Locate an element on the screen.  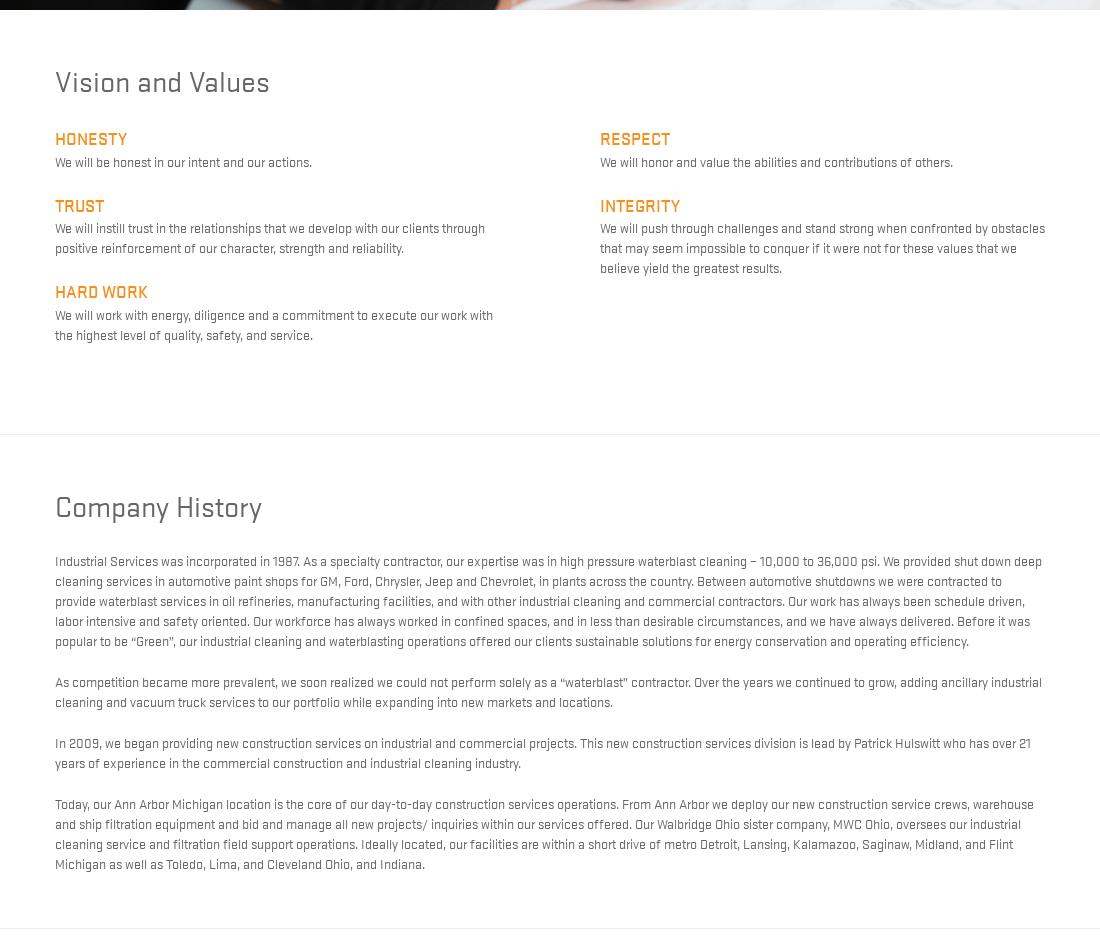
'As competition became more prevalent, we soon realized we could not perform solely as a “waterblast” contractor. Over the years we continued to grow, adding ancillary industrial cleaning and vacuum truck services to our portfolio while expanding into new markets and locations.' is located at coordinates (548, 689).